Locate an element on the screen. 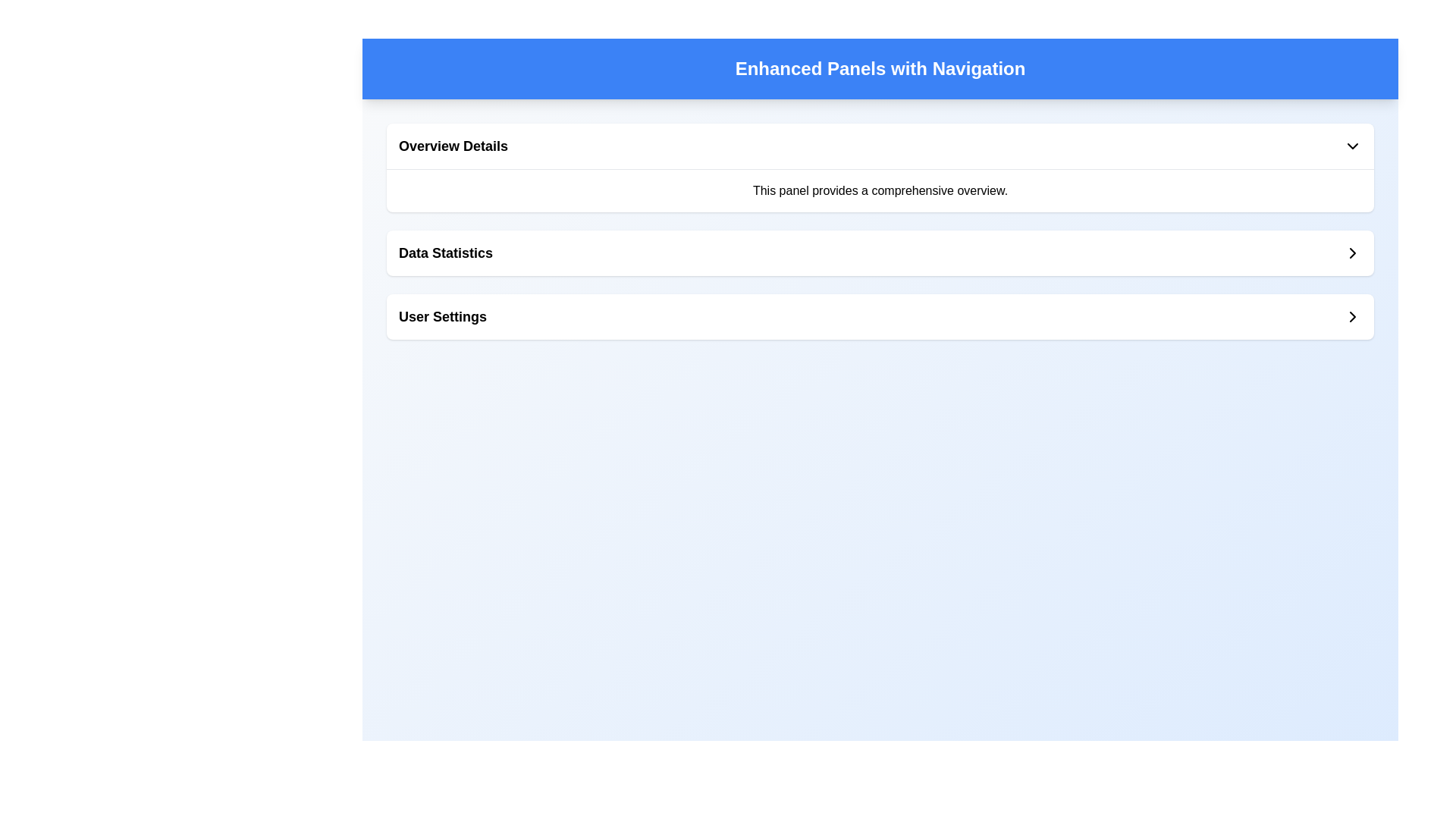  the 'User Settings' text label, which is styled in bold and slightly enlarged font and located on the third row of a vertically-aligned list of options is located at coordinates (442, 315).